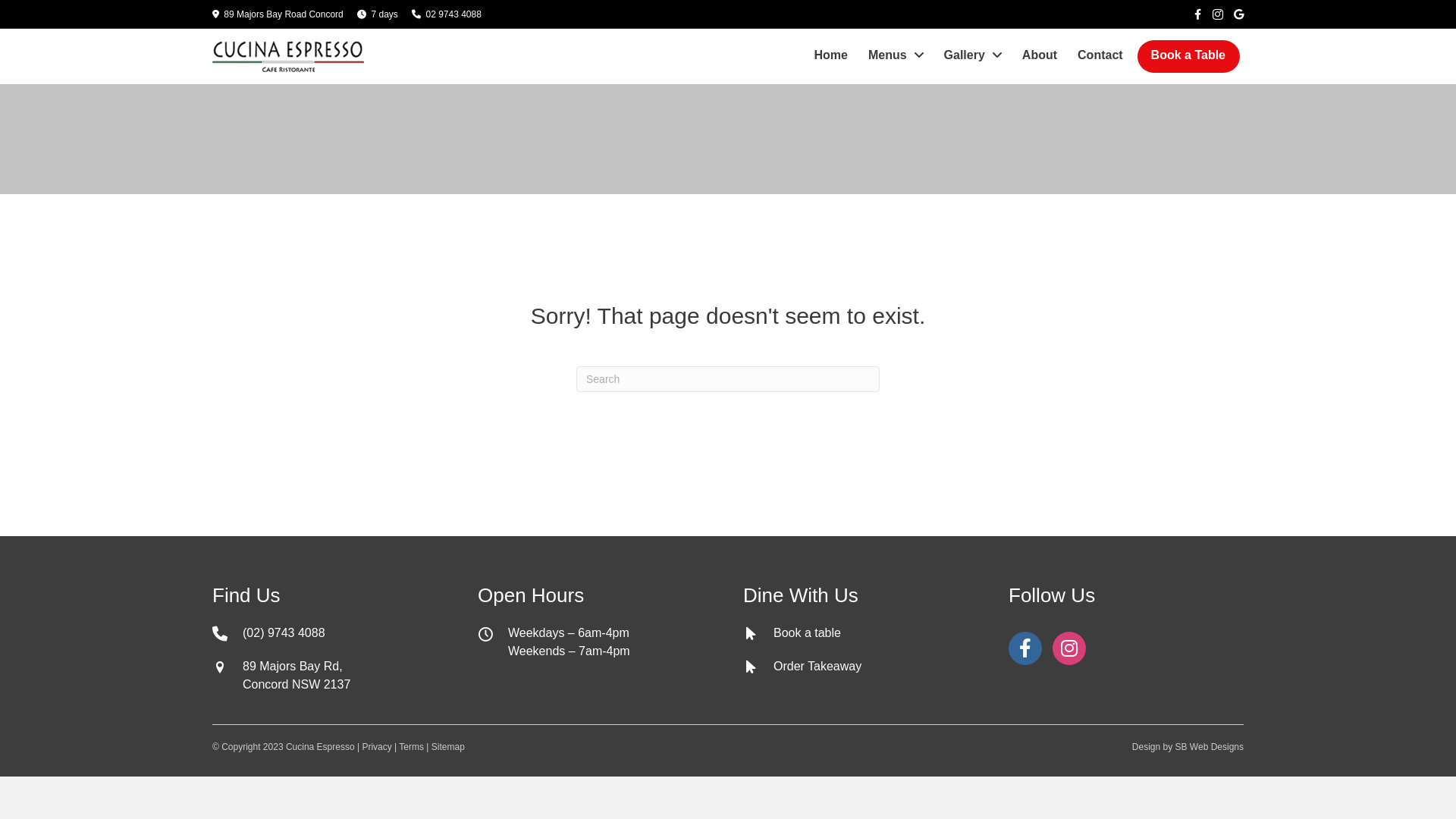  What do you see at coordinates (1100, 55) in the screenshot?
I see `'Contact'` at bounding box center [1100, 55].